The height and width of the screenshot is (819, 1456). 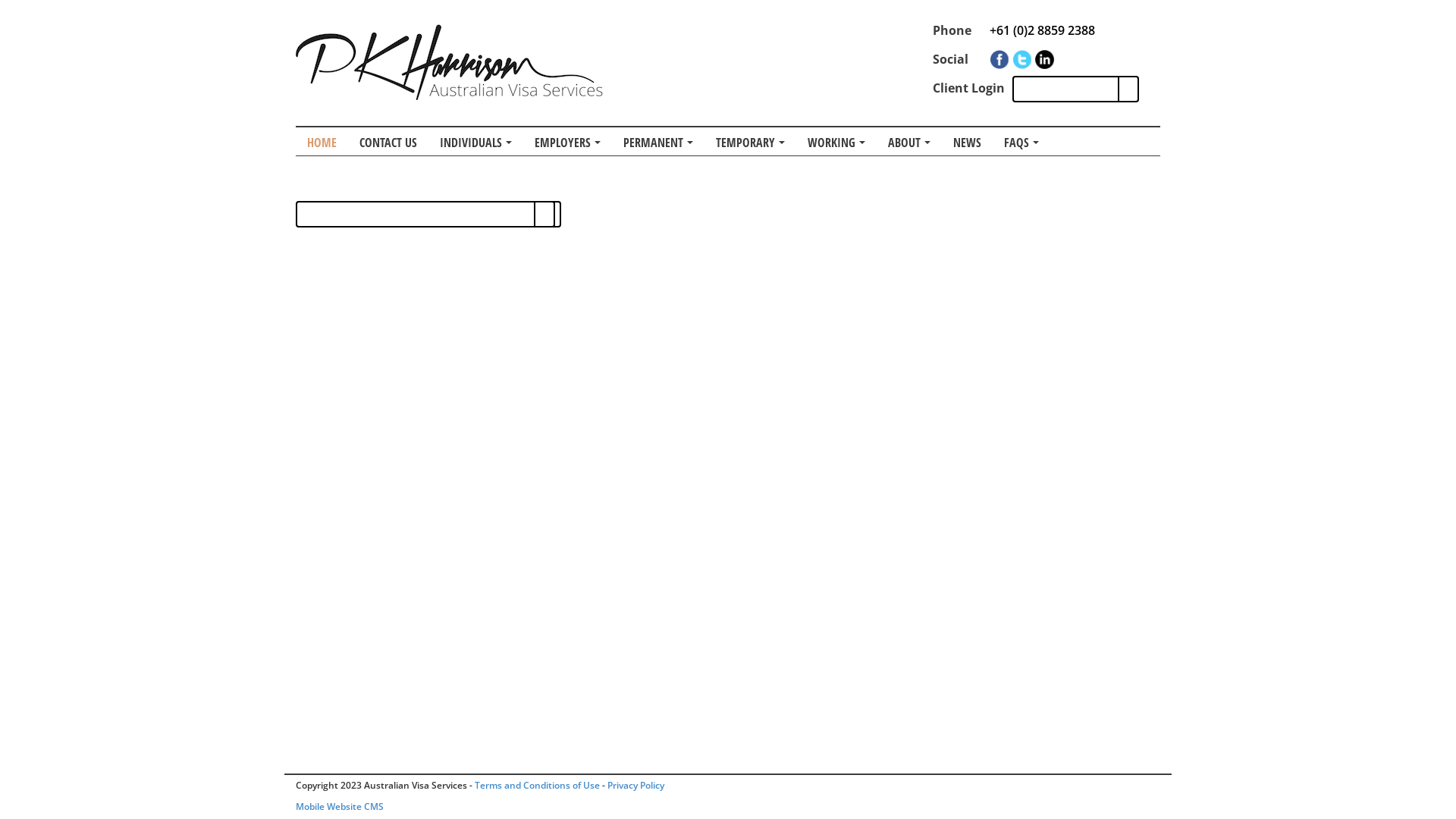 What do you see at coordinates (1043, 58) in the screenshot?
I see `'LinkedIn'` at bounding box center [1043, 58].